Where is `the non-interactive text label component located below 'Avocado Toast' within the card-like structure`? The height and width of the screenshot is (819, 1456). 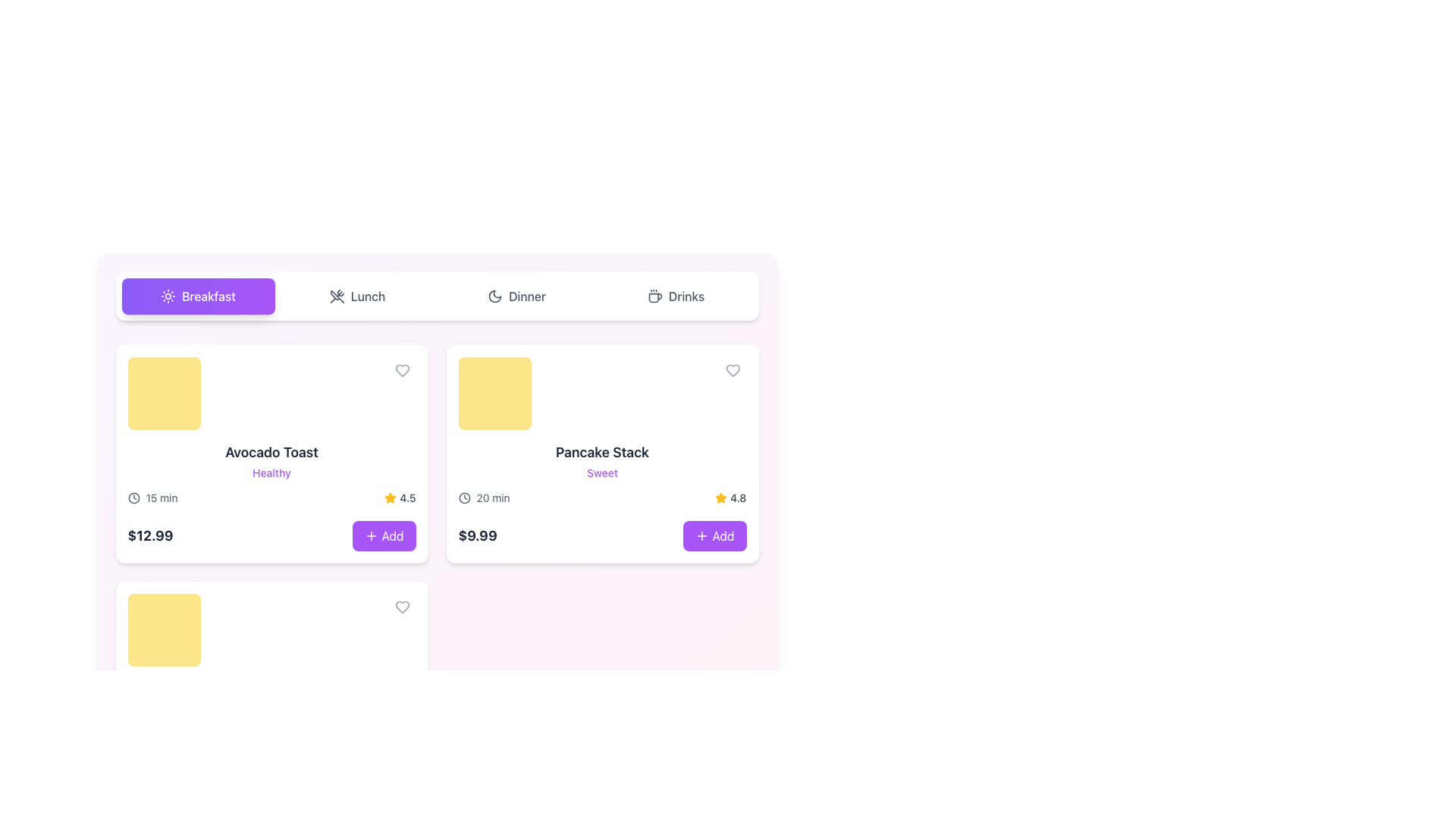
the non-interactive text label component located below 'Avocado Toast' within the card-like structure is located at coordinates (271, 472).